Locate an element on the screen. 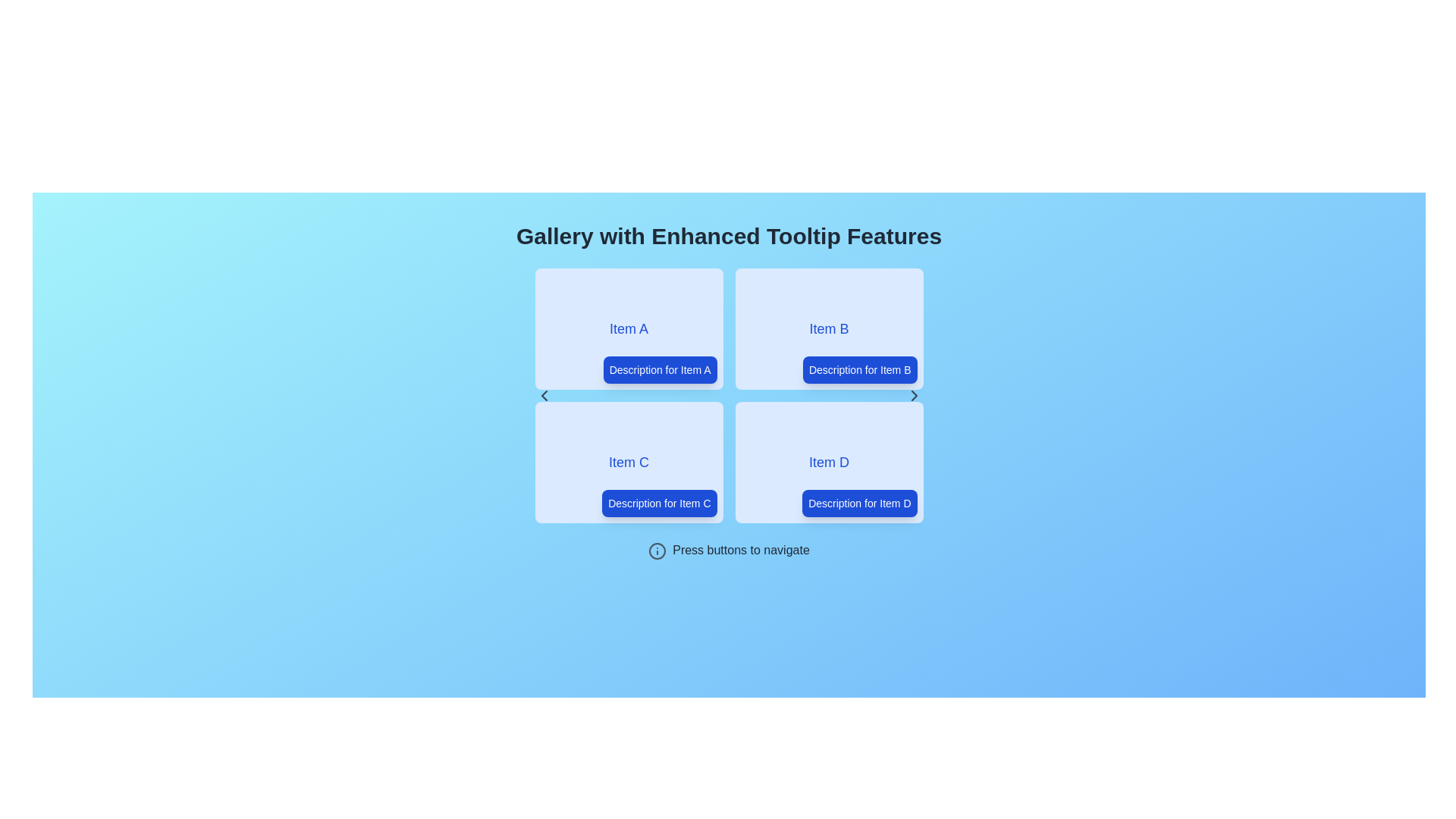 The image size is (1456, 819). the instructional label that provides guidance for users to utilize the navigation buttons, located beneath the grouped items and above the navigational arrows is located at coordinates (729, 551).